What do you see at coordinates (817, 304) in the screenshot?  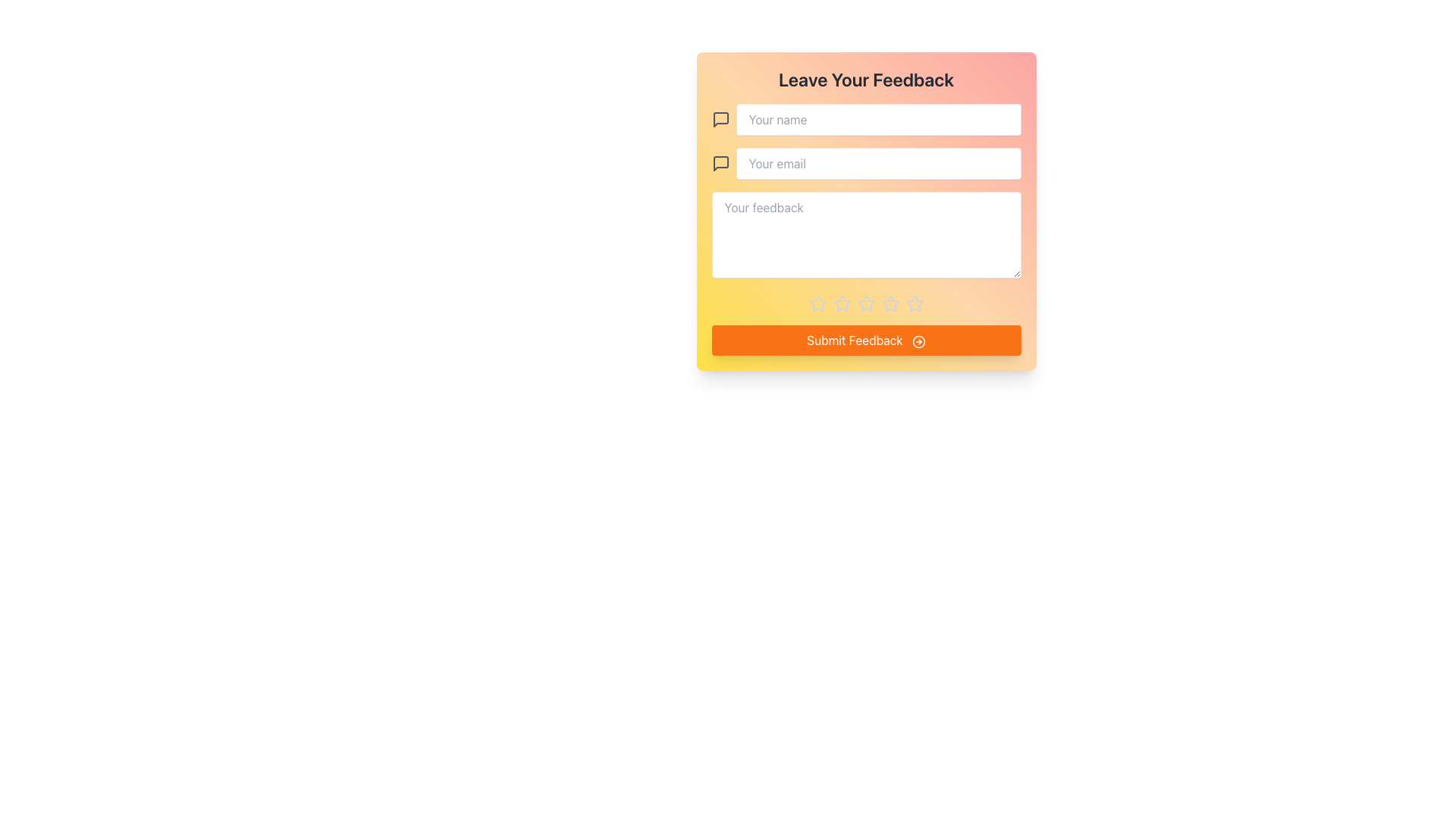 I see `the first star-shaped rating icon, which is an outlined light gray star located in a row of five stars in the feedback form` at bounding box center [817, 304].